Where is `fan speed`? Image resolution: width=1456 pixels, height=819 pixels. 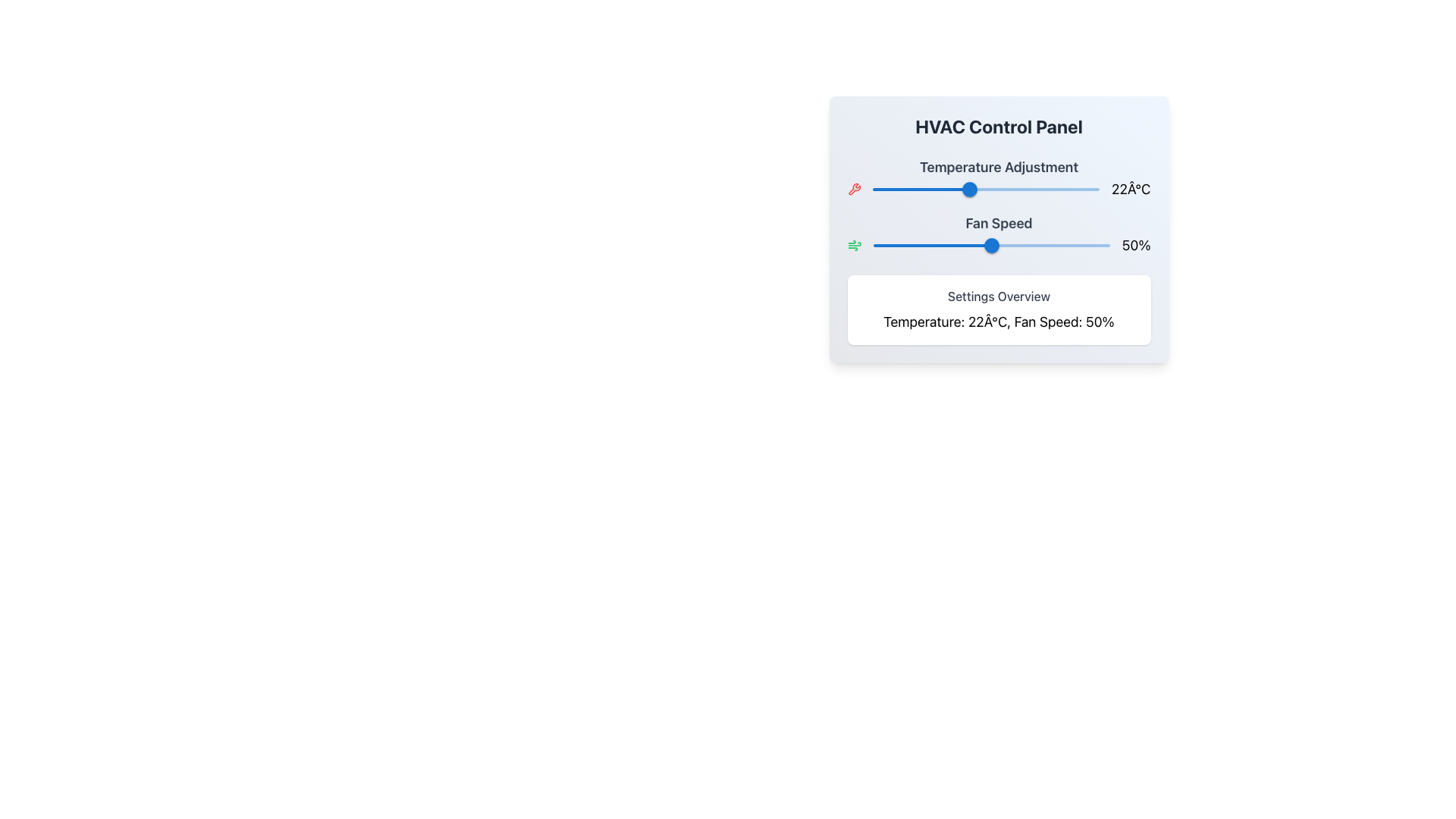
fan speed is located at coordinates (927, 245).